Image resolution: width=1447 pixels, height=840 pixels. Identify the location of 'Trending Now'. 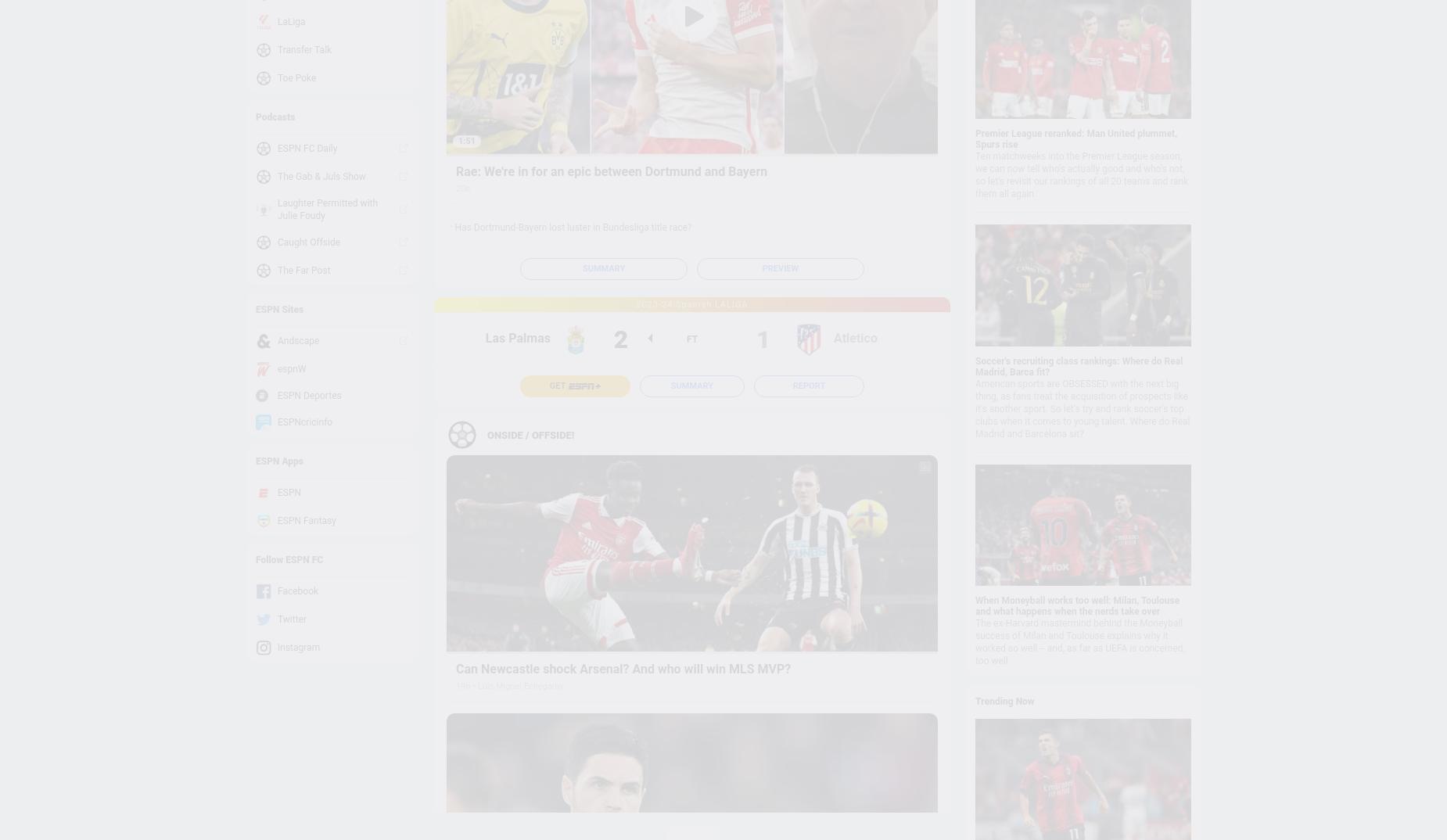
(1004, 700).